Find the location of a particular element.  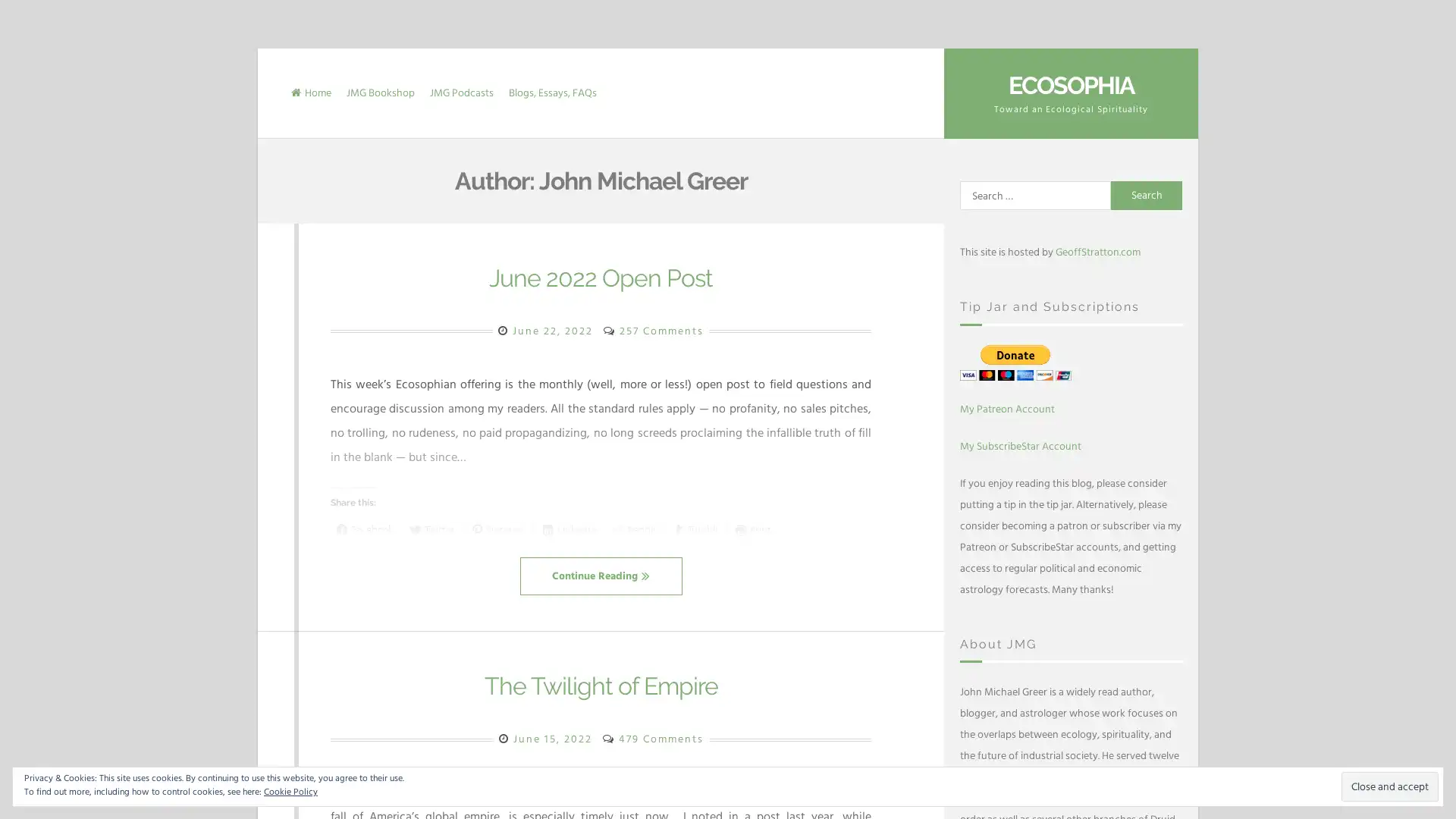

PayPal - The safer, easier way to pay online! is located at coordinates (1015, 362).